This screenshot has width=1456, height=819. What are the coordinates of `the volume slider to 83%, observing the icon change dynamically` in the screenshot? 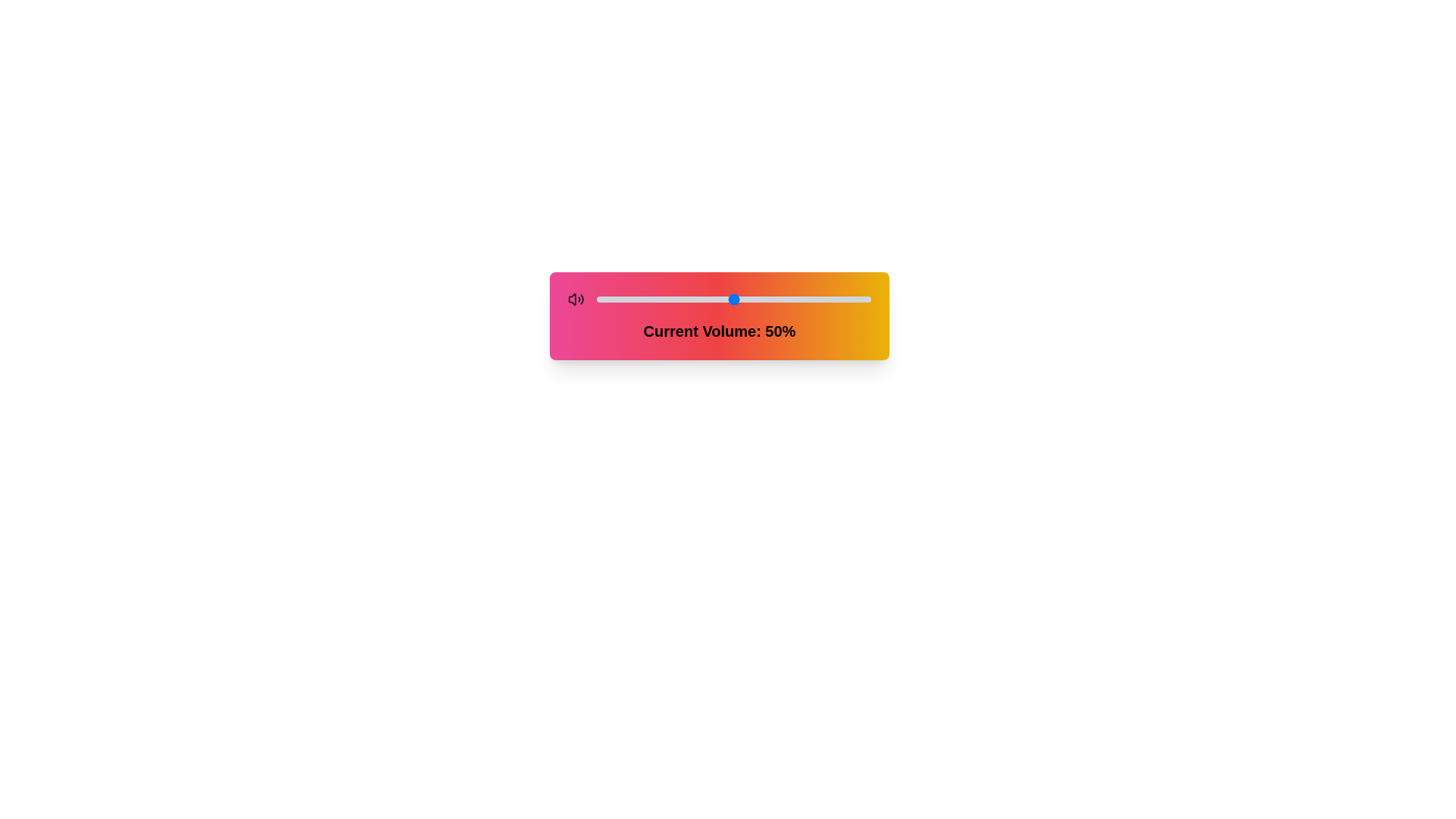 It's located at (824, 299).